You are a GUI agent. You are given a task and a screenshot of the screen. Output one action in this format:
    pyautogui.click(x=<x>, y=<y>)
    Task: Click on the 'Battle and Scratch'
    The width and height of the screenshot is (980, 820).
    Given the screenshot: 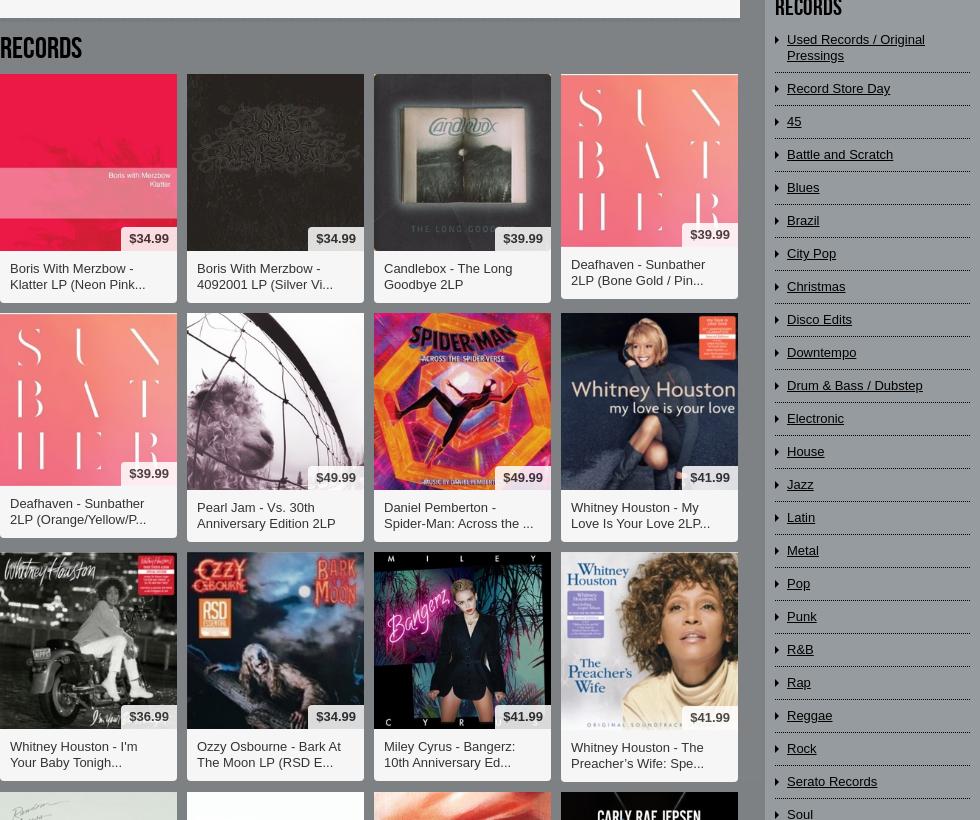 What is the action you would take?
    pyautogui.click(x=839, y=153)
    